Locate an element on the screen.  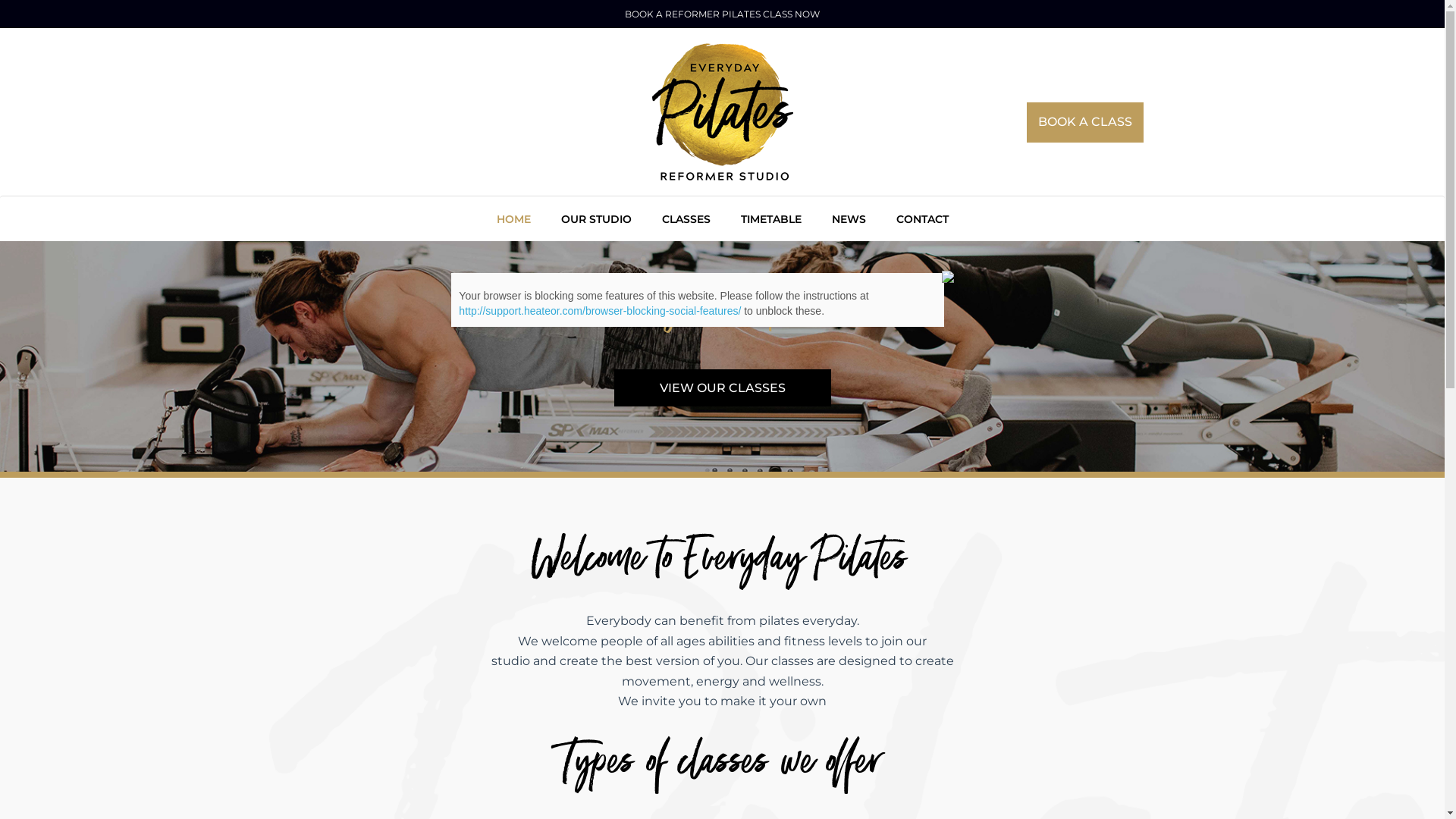
'CONTACT' is located at coordinates (921, 216).